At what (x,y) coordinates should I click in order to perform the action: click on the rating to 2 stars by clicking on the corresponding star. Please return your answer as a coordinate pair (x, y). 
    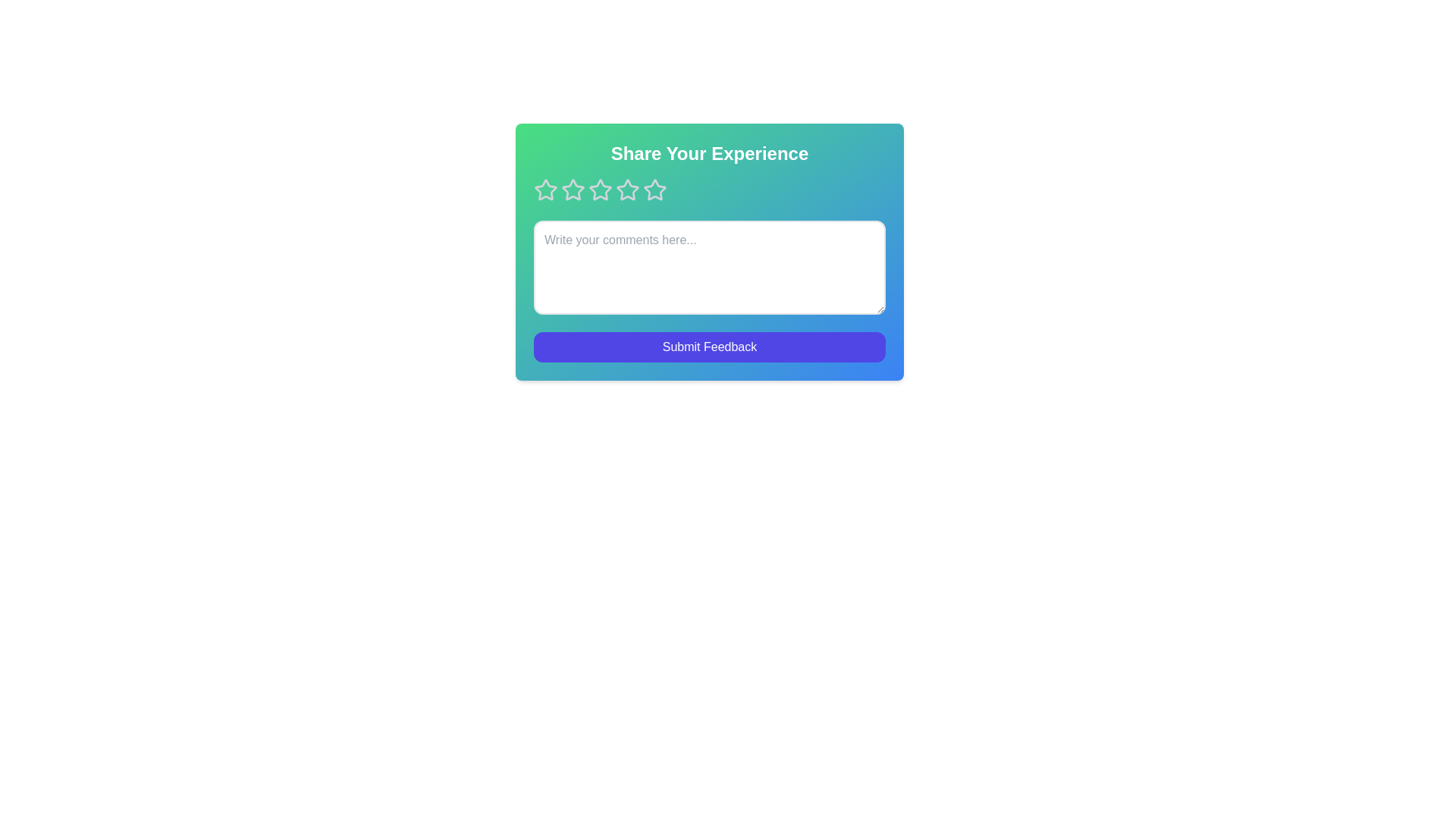
    Looking at the image, I should click on (572, 189).